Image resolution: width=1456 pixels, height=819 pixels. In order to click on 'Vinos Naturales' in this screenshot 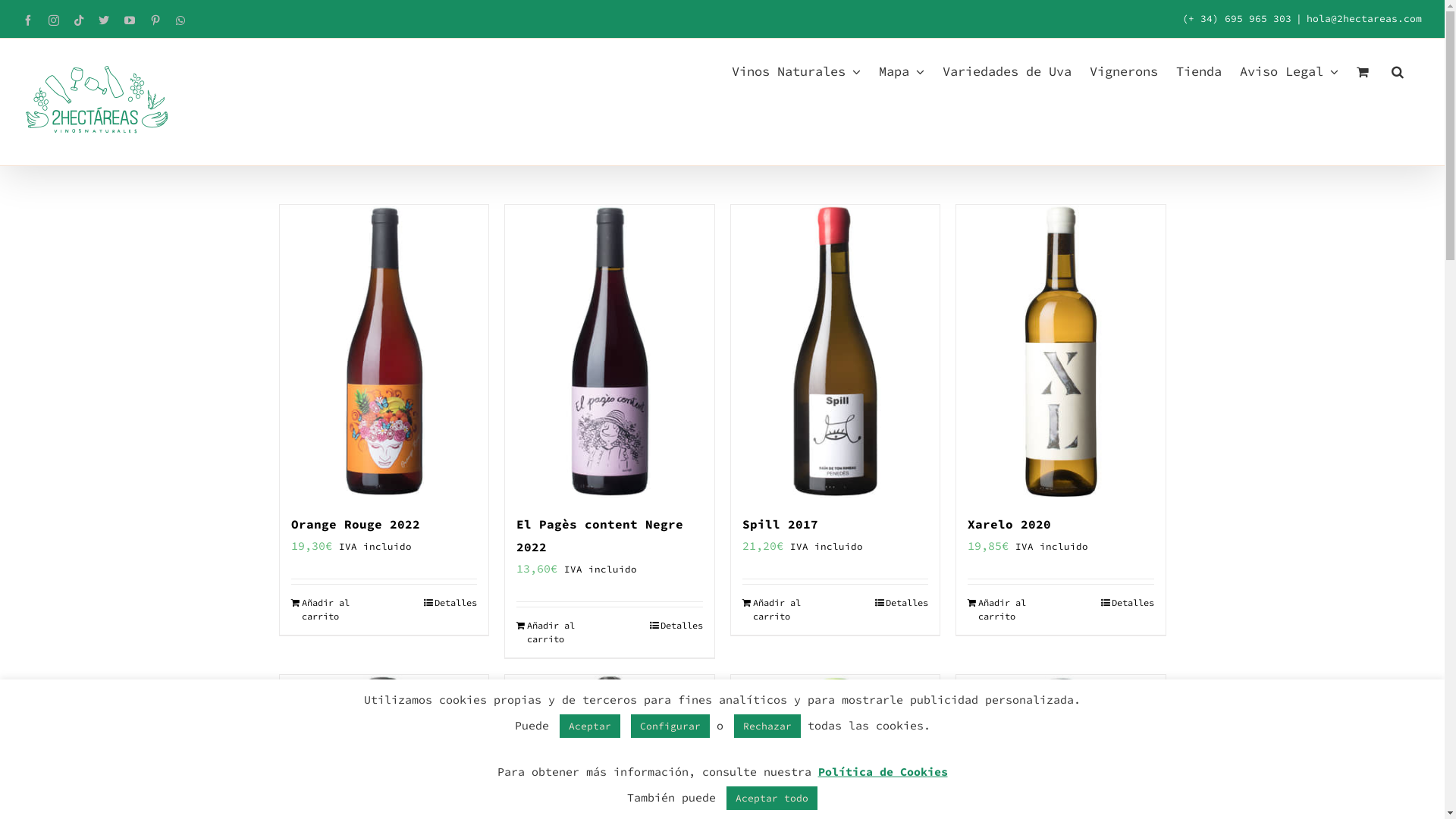, I will do `click(731, 70)`.